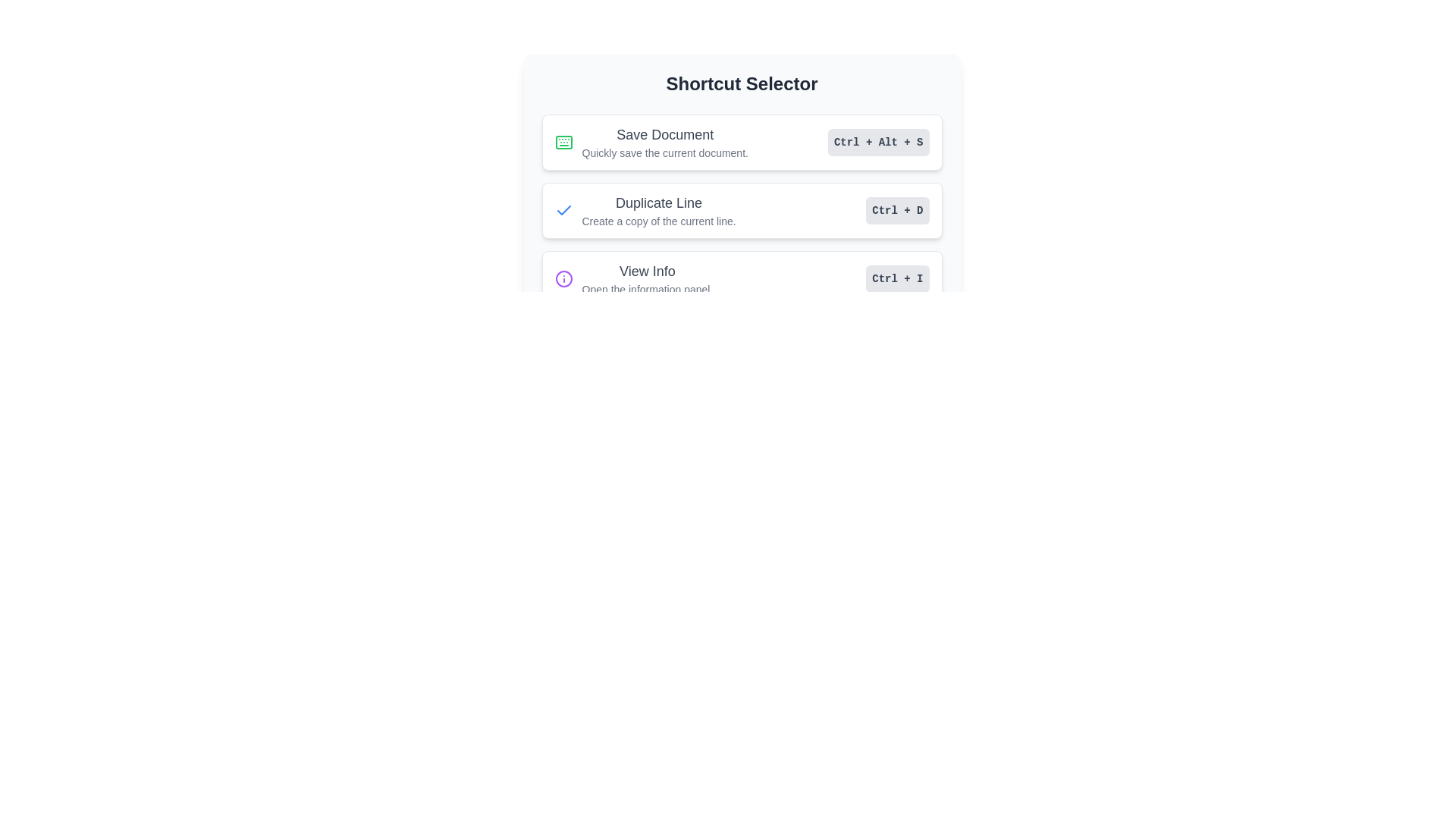  I want to click on the 'Duplicate Line' text label, so click(645, 210).